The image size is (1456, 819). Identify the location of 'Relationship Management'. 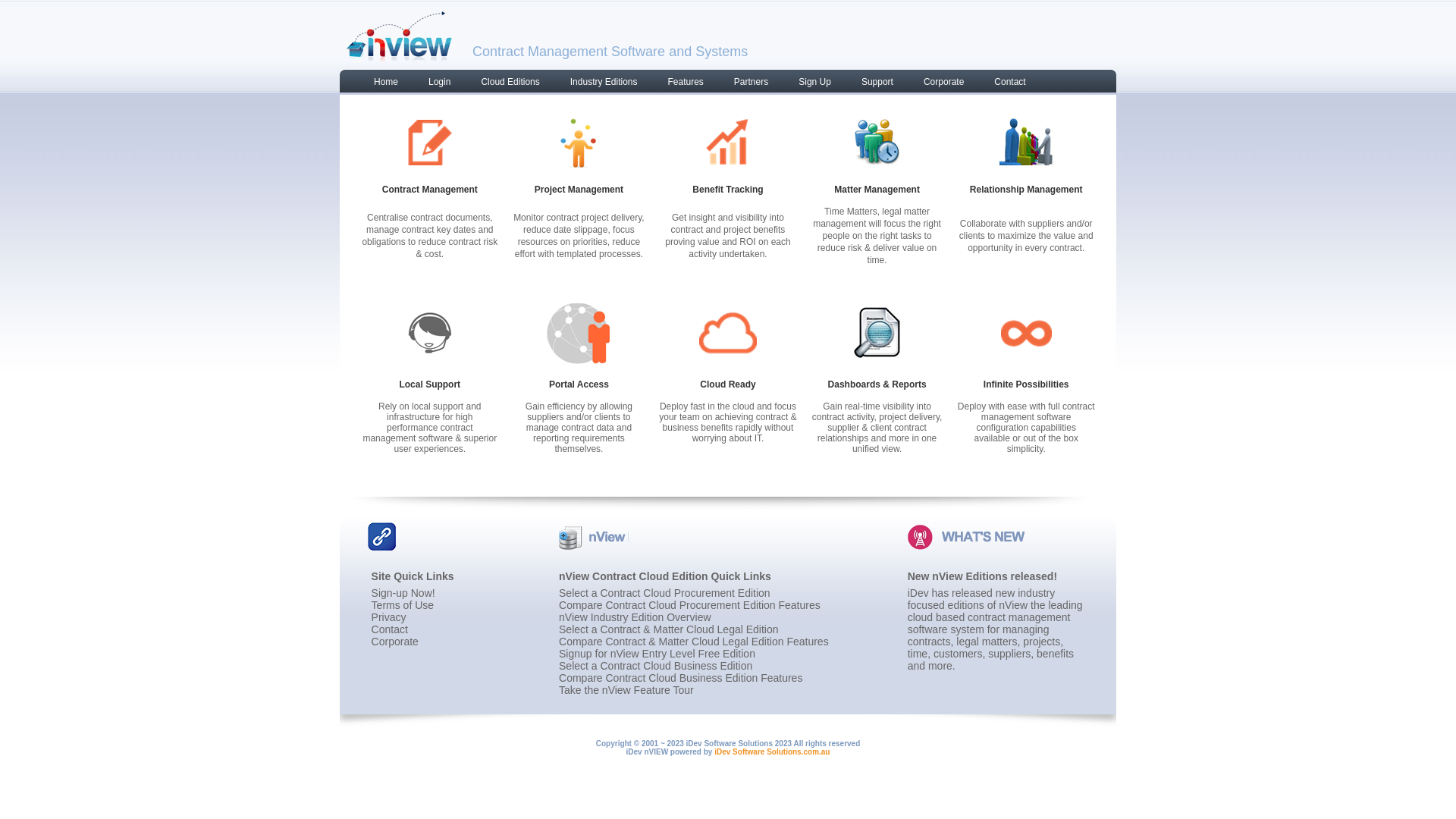
(1026, 189).